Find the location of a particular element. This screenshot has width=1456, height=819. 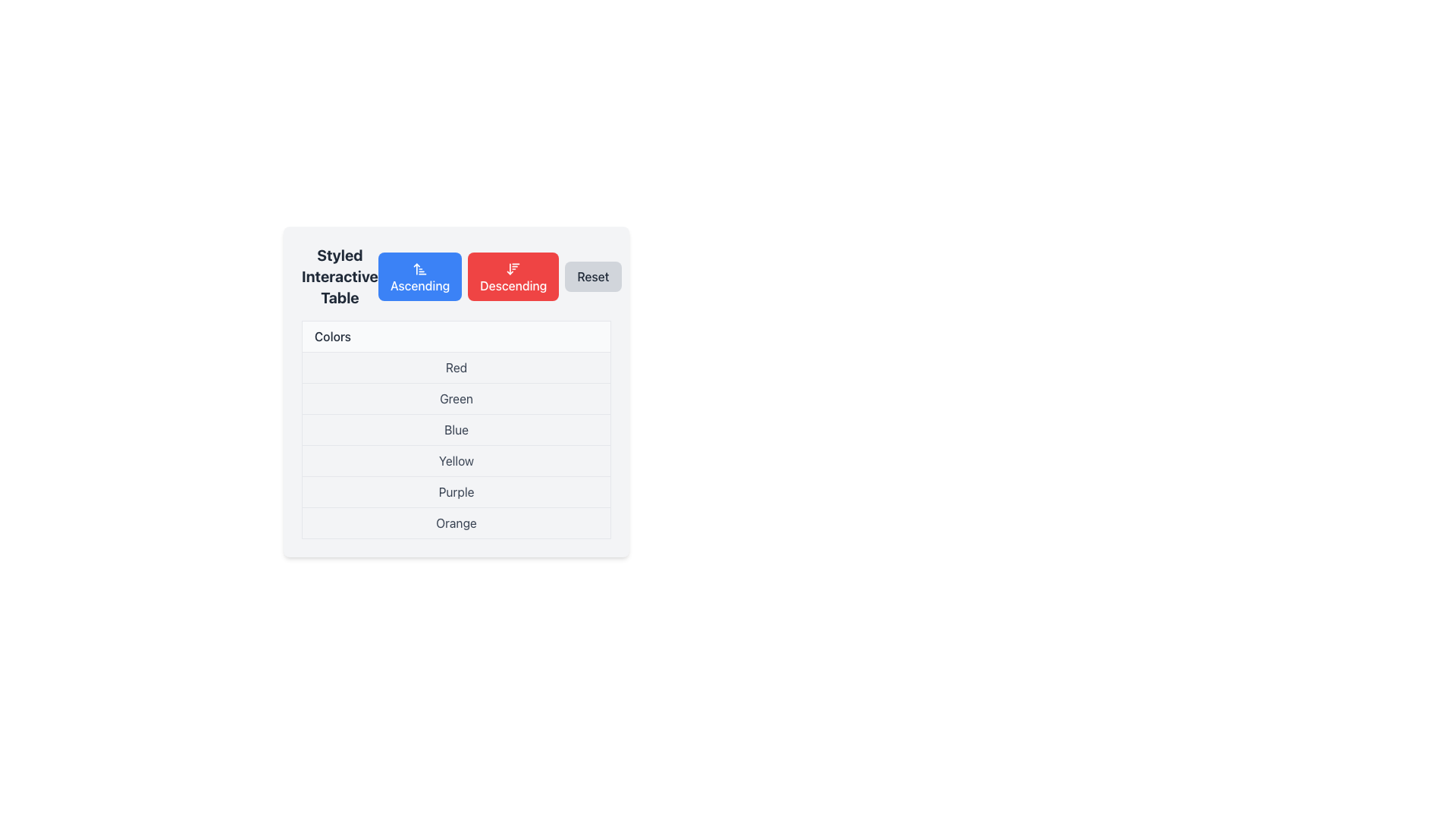

the 'Descending' sorting icon, which is located within the red button positioned second from the left in the row of sorting buttons at the top of the table interface, to sort the items in descending order is located at coordinates (513, 268).